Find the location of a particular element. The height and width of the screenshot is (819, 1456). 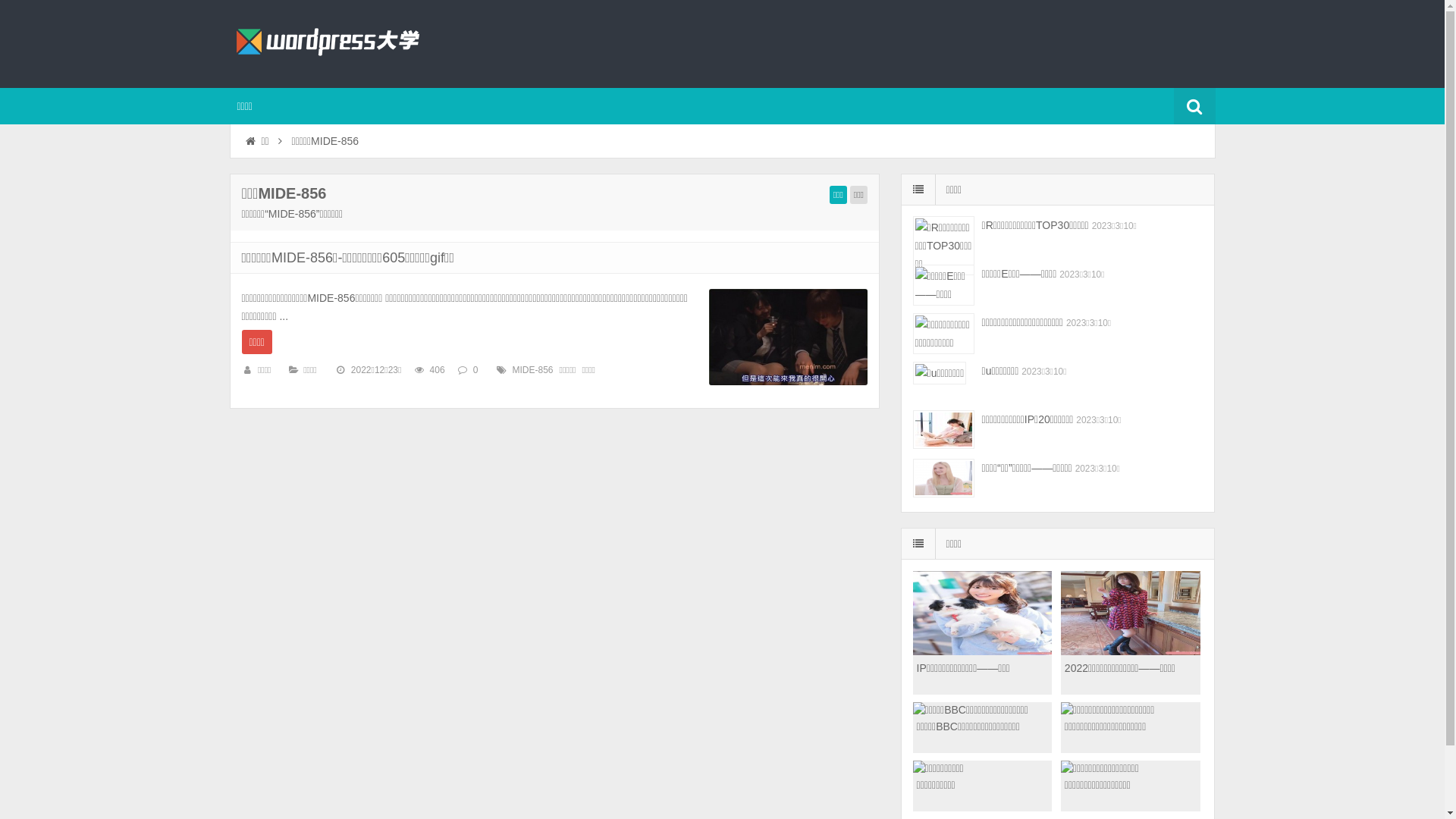

'MIDE-856' is located at coordinates (532, 370).